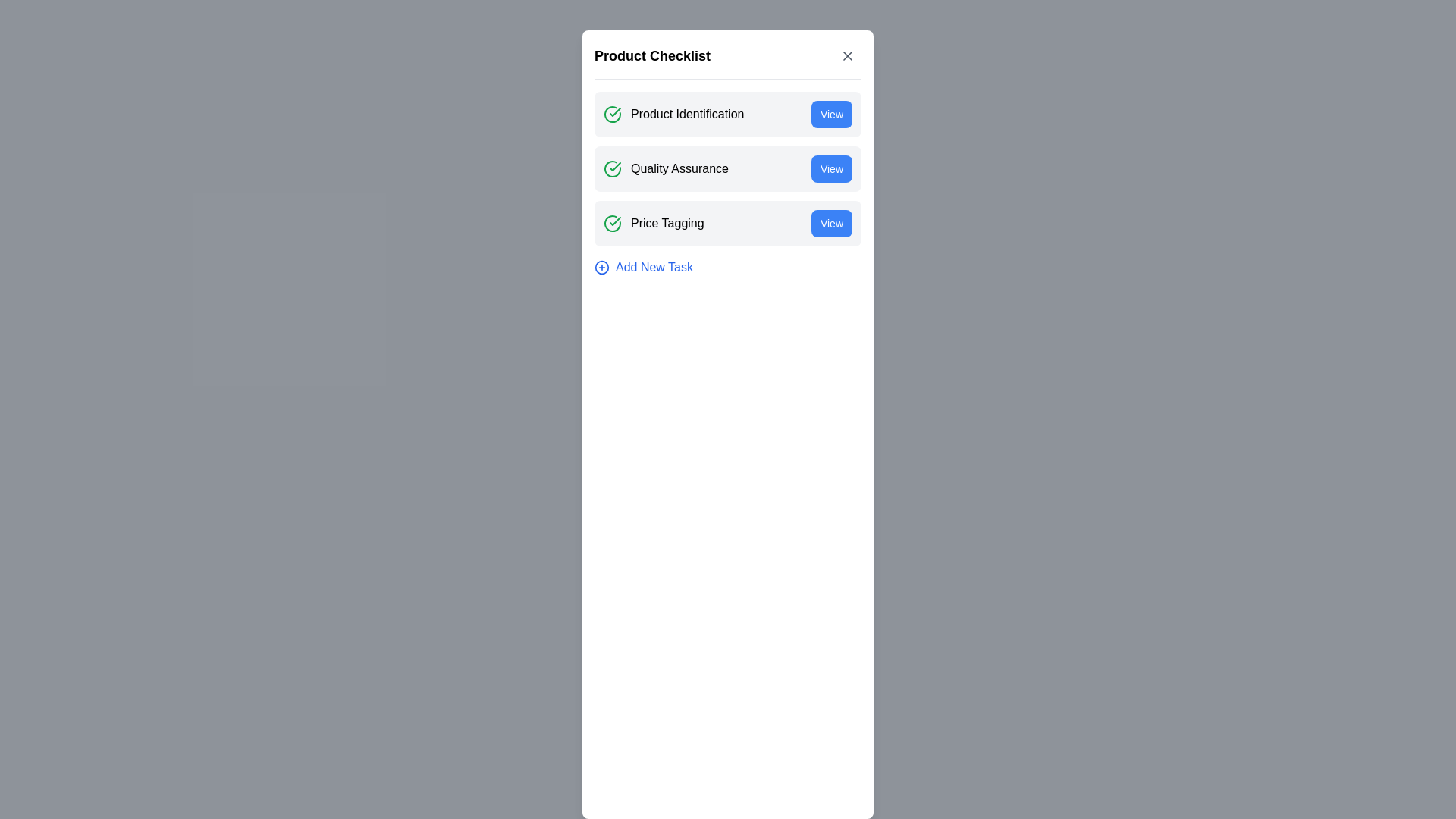 This screenshot has height=819, width=1456. What do you see at coordinates (847, 55) in the screenshot?
I see `the close icon located in the top right corner of the component's header section, adjacent to the header text 'Product Checklist'` at bounding box center [847, 55].